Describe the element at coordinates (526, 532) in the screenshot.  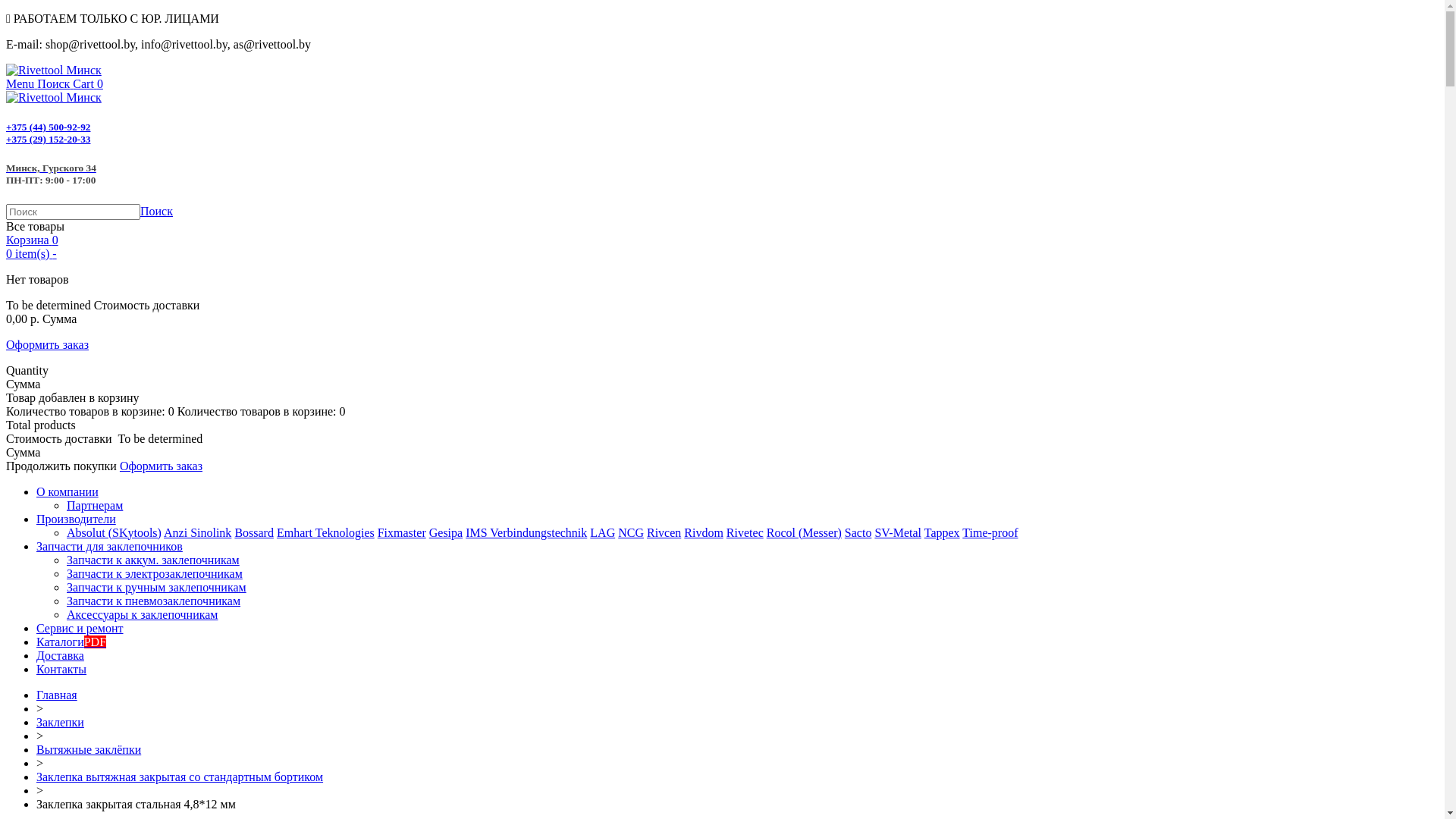
I see `'IMS Verbindungstechnik'` at that location.